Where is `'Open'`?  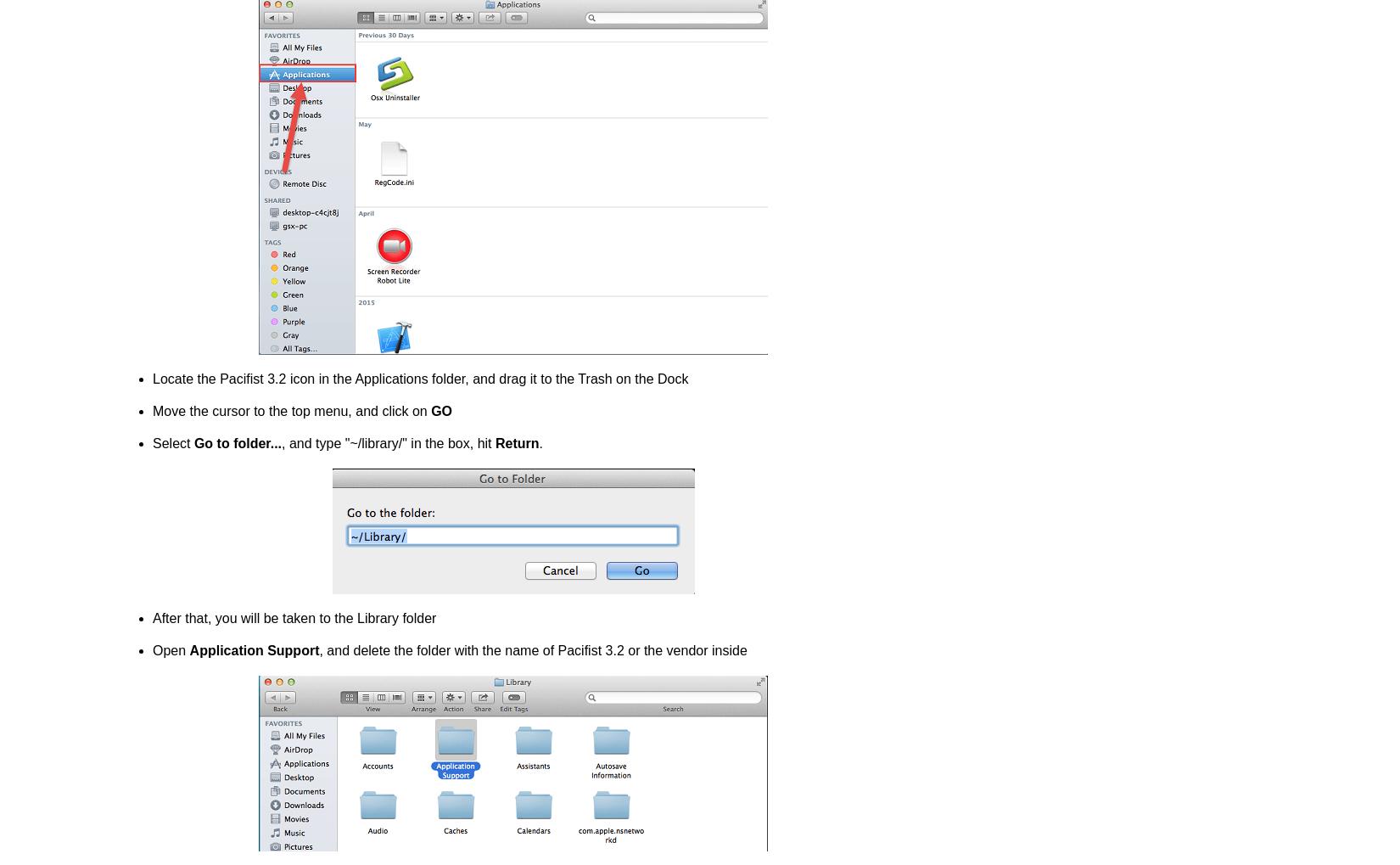
'Open' is located at coordinates (153, 649).